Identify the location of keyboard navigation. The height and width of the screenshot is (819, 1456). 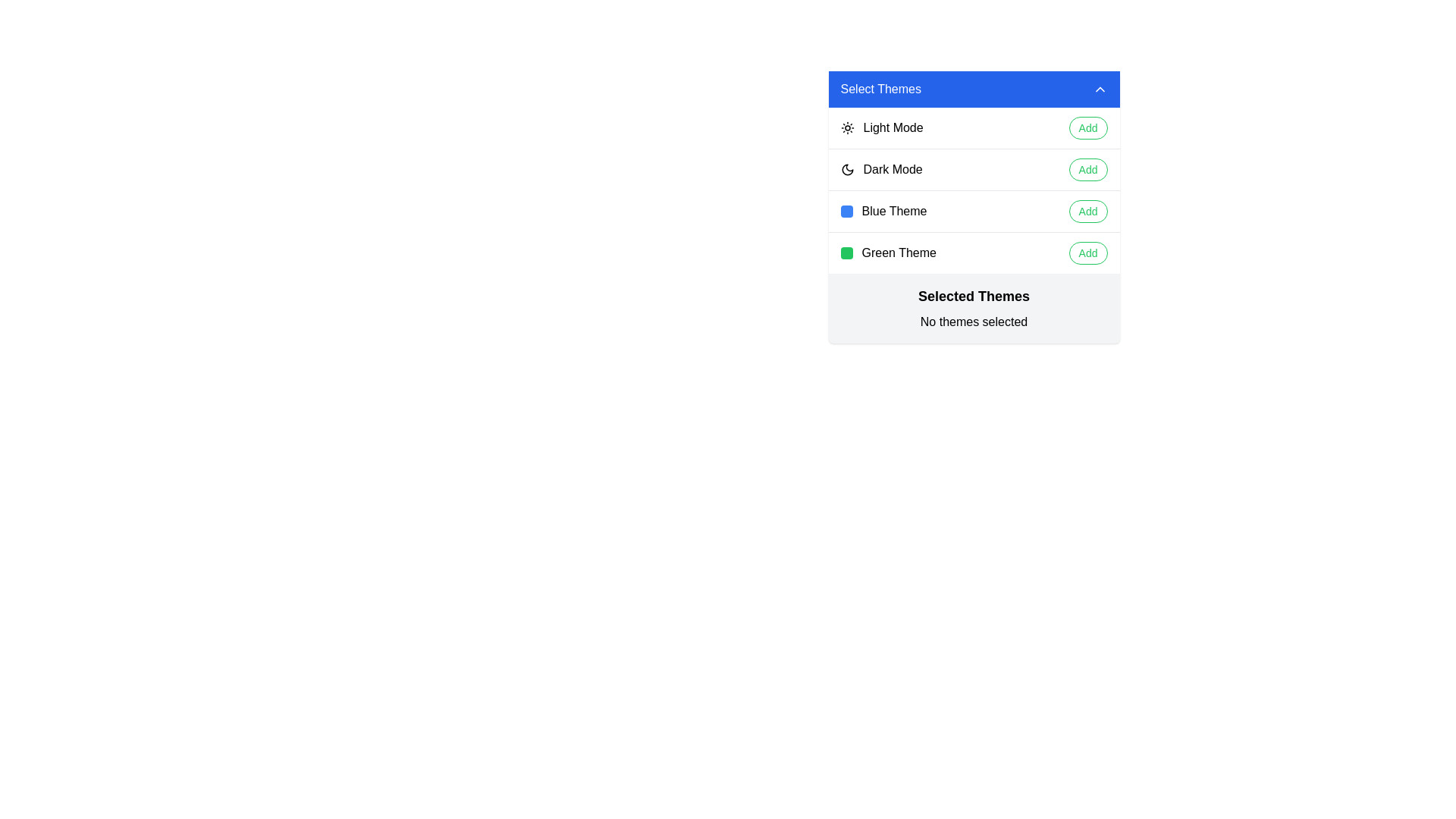
(881, 169).